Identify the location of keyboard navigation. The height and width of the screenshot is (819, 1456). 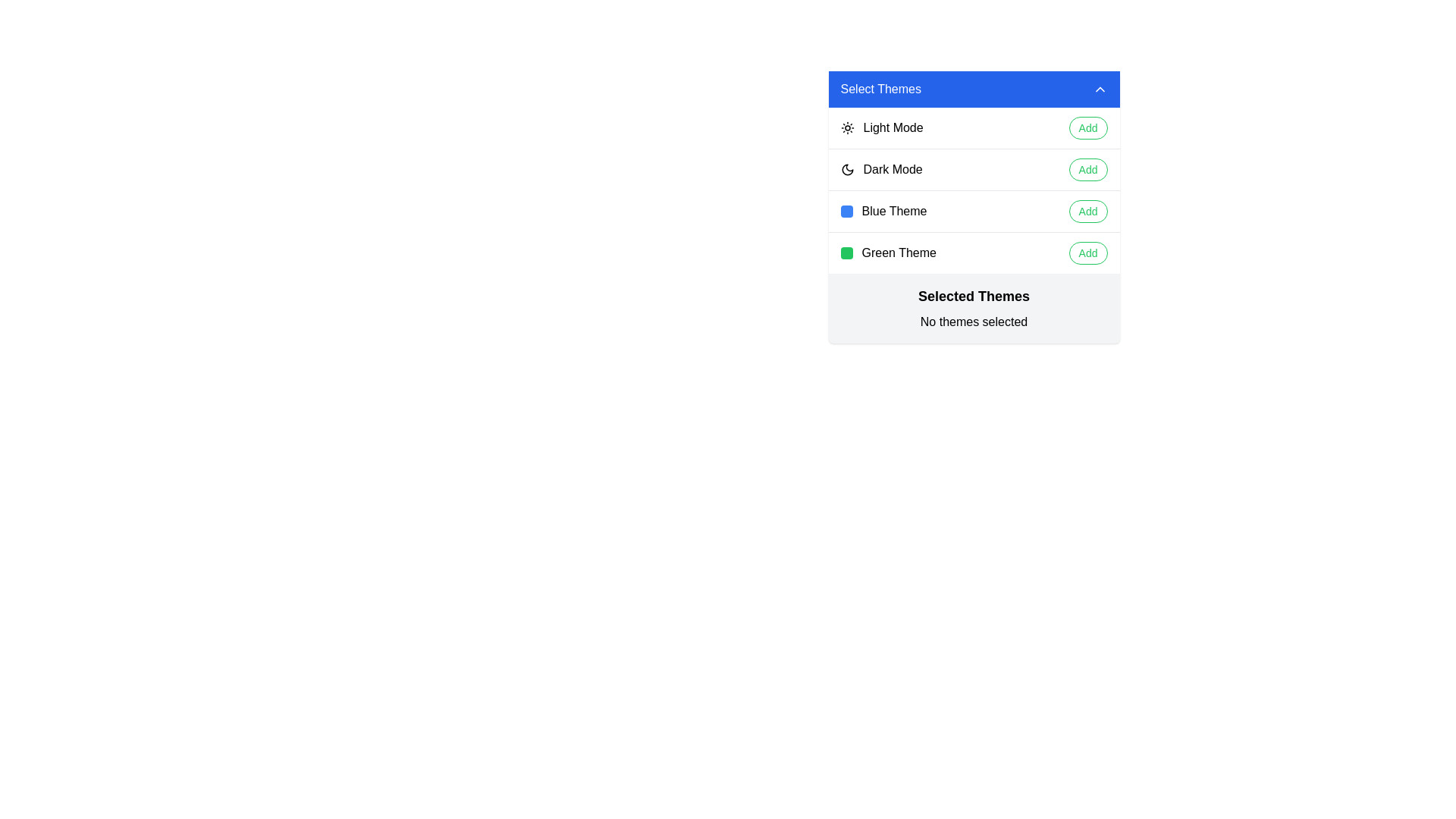
(881, 169).